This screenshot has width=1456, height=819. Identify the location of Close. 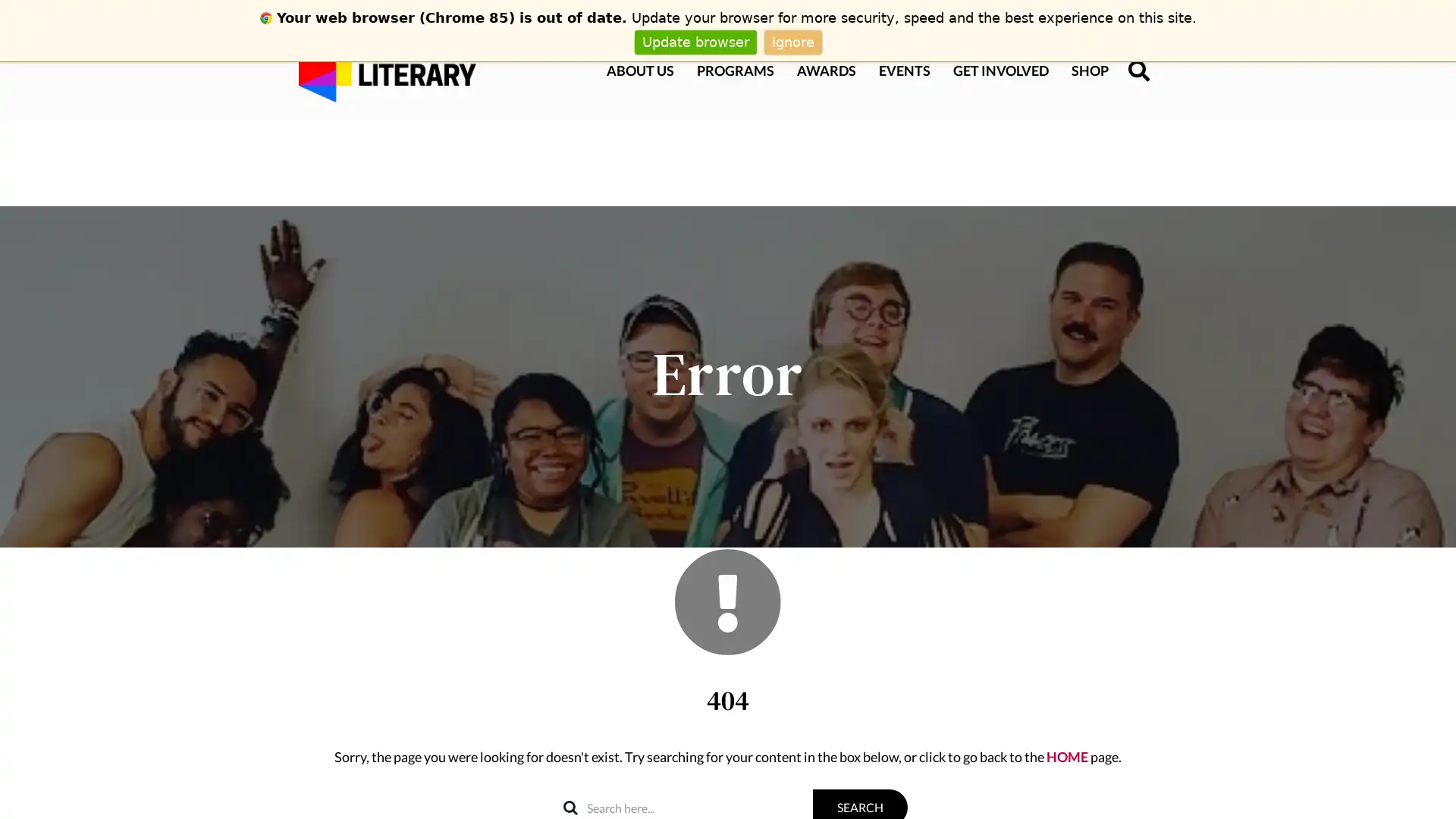
(1441, 567).